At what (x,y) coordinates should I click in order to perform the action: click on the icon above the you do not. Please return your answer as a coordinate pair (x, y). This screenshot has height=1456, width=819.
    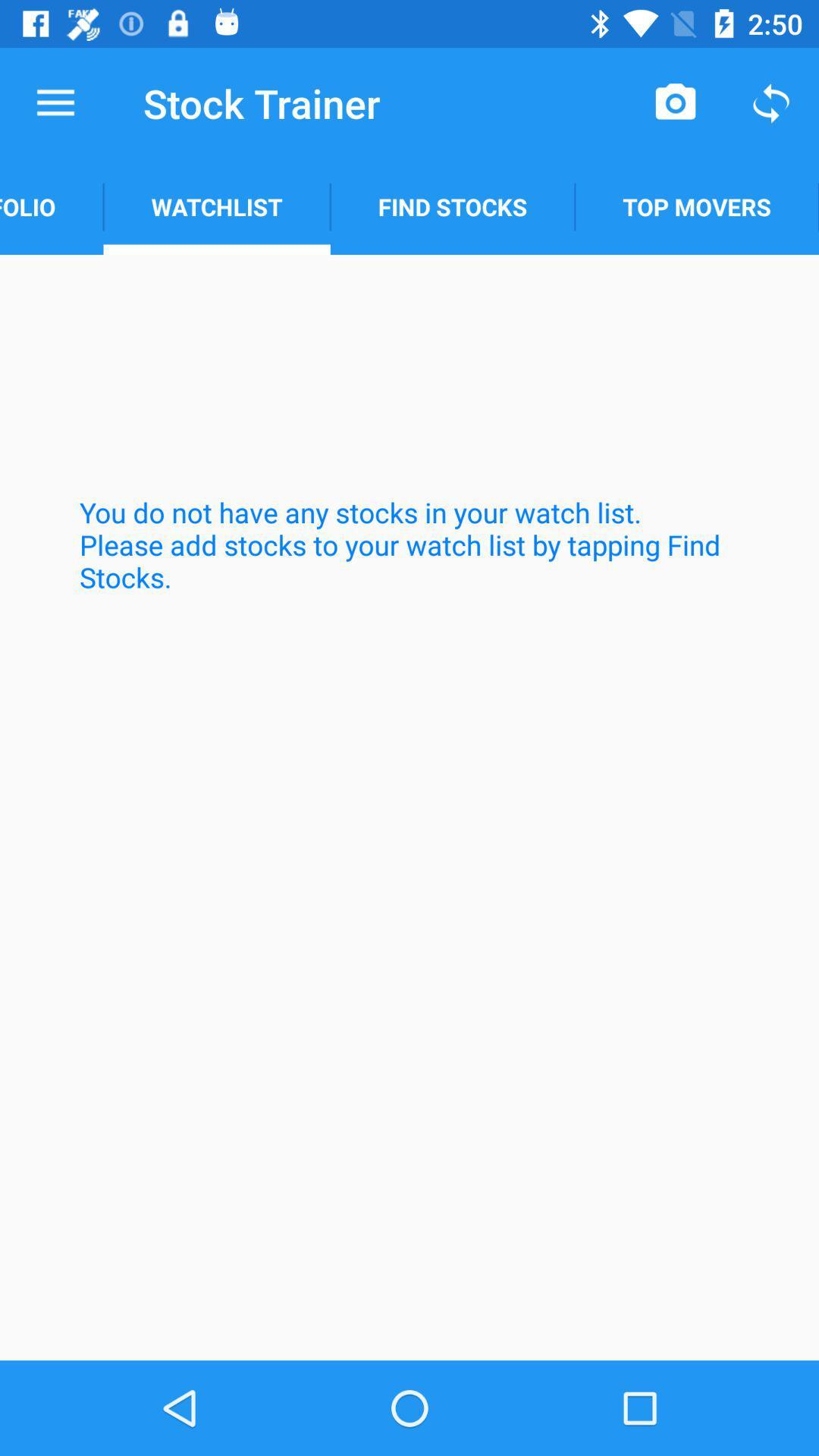
    Looking at the image, I should click on (51, 206).